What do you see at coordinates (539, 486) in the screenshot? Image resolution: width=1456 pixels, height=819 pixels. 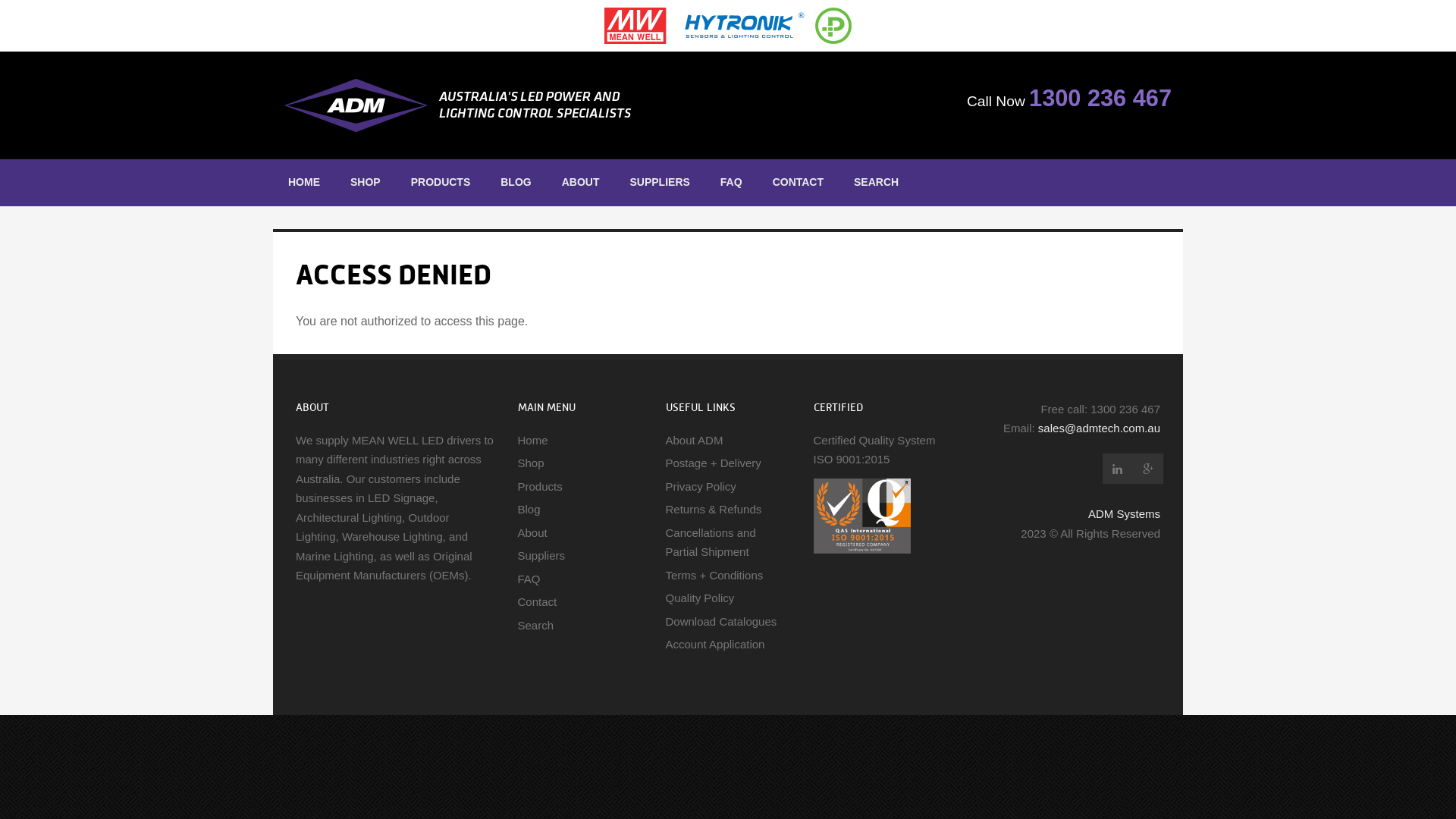 I see `'Products'` at bounding box center [539, 486].